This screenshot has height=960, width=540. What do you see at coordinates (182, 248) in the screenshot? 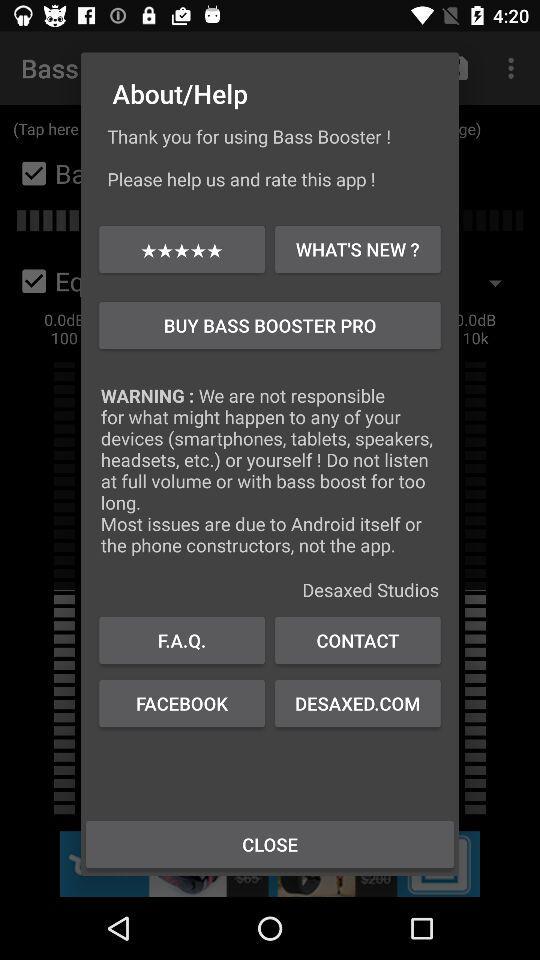
I see `icon next to what's new ? icon` at bounding box center [182, 248].